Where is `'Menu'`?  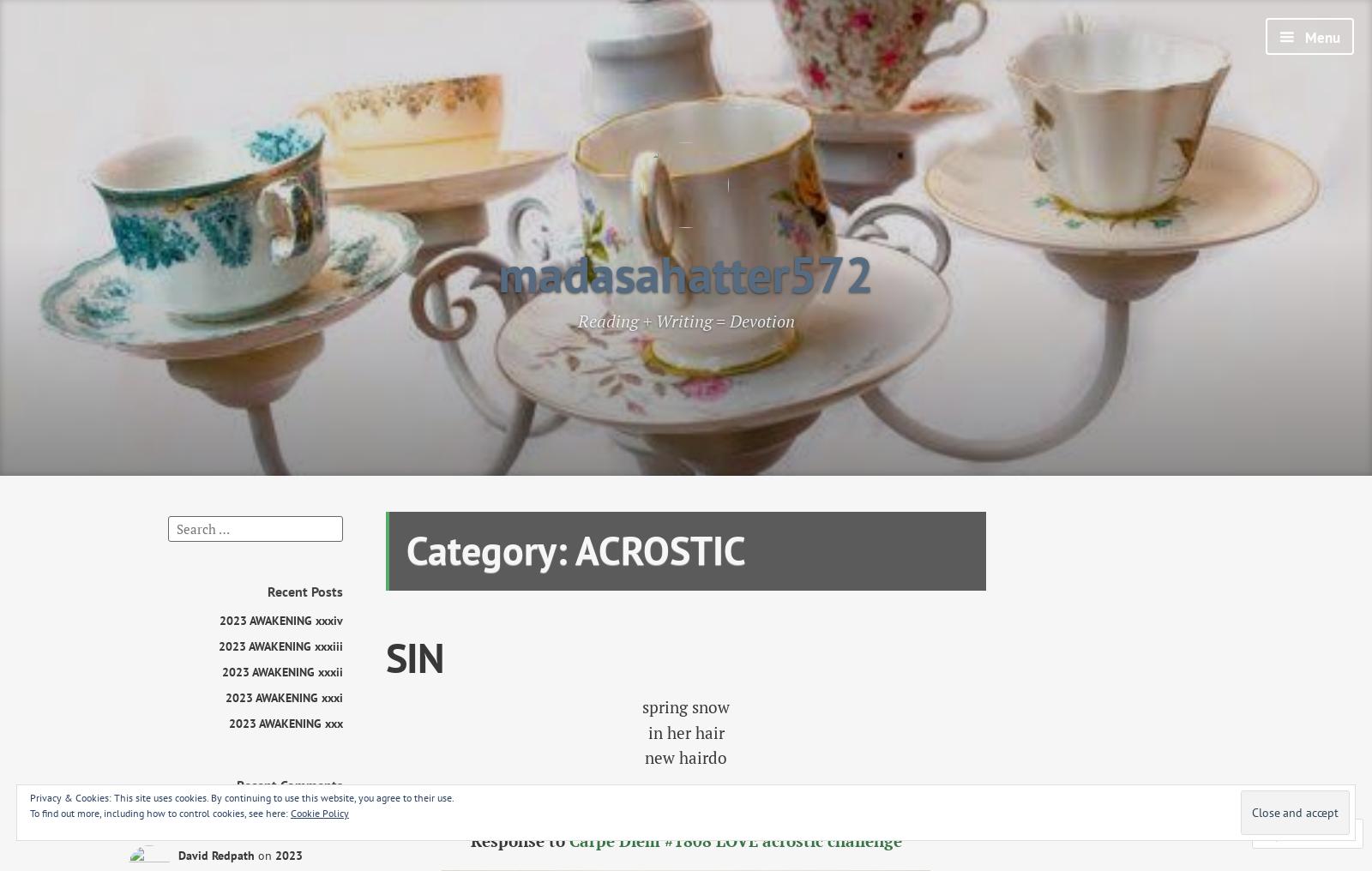 'Menu' is located at coordinates (1320, 36).